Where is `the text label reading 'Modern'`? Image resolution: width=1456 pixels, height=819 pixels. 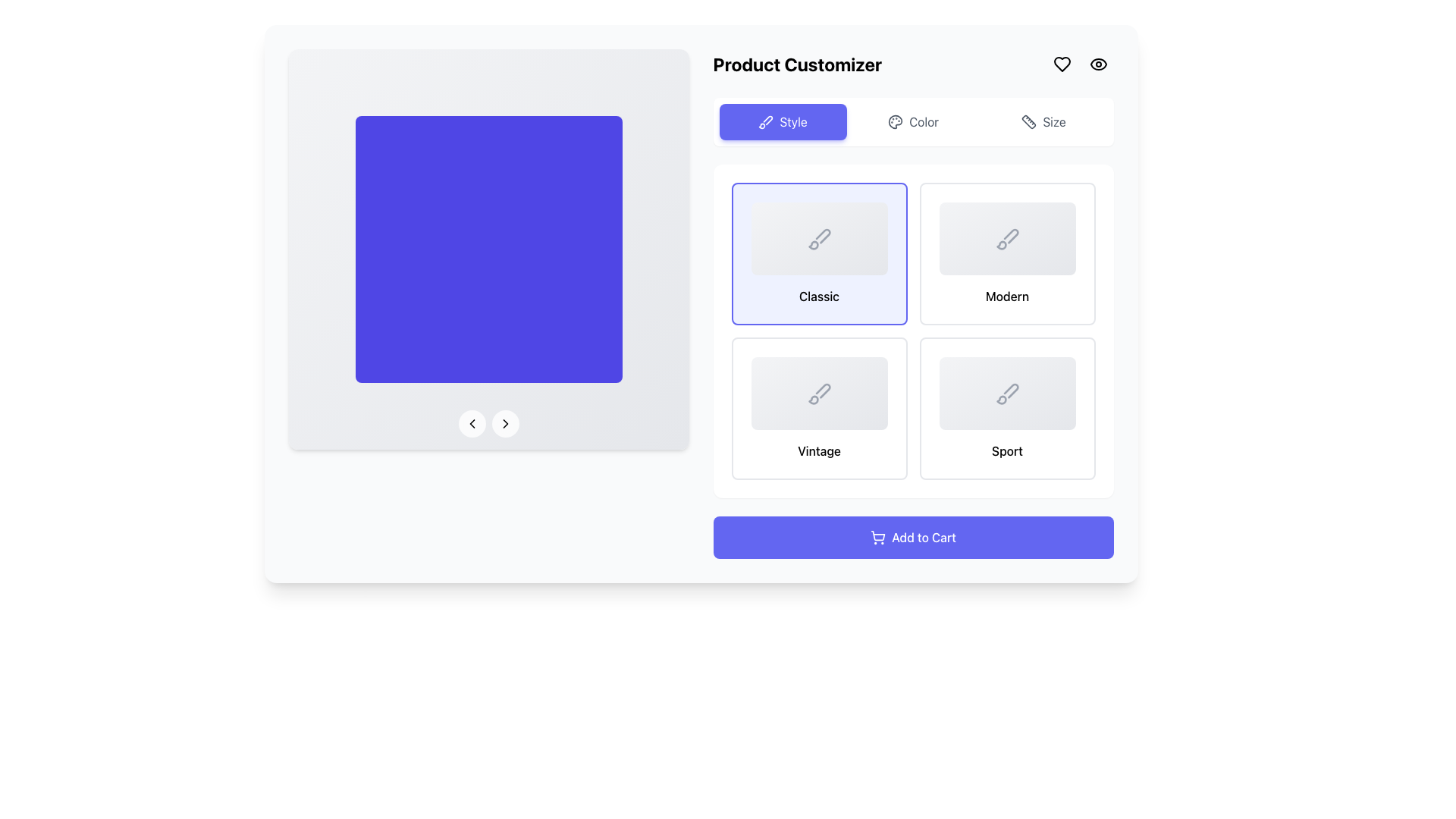
the text label reading 'Modern' is located at coordinates (1007, 296).